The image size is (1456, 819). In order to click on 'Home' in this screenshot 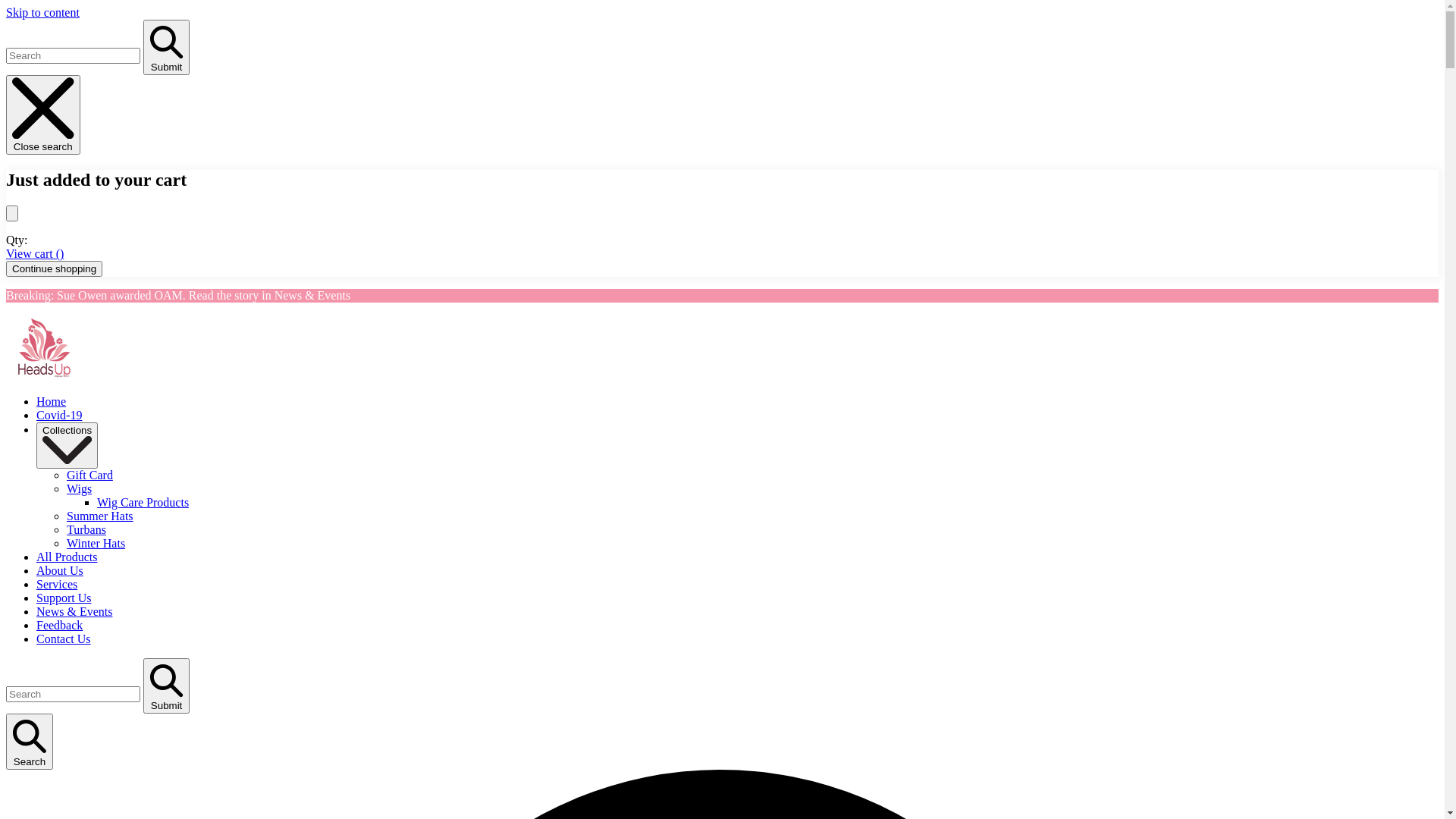, I will do `click(51, 400)`.